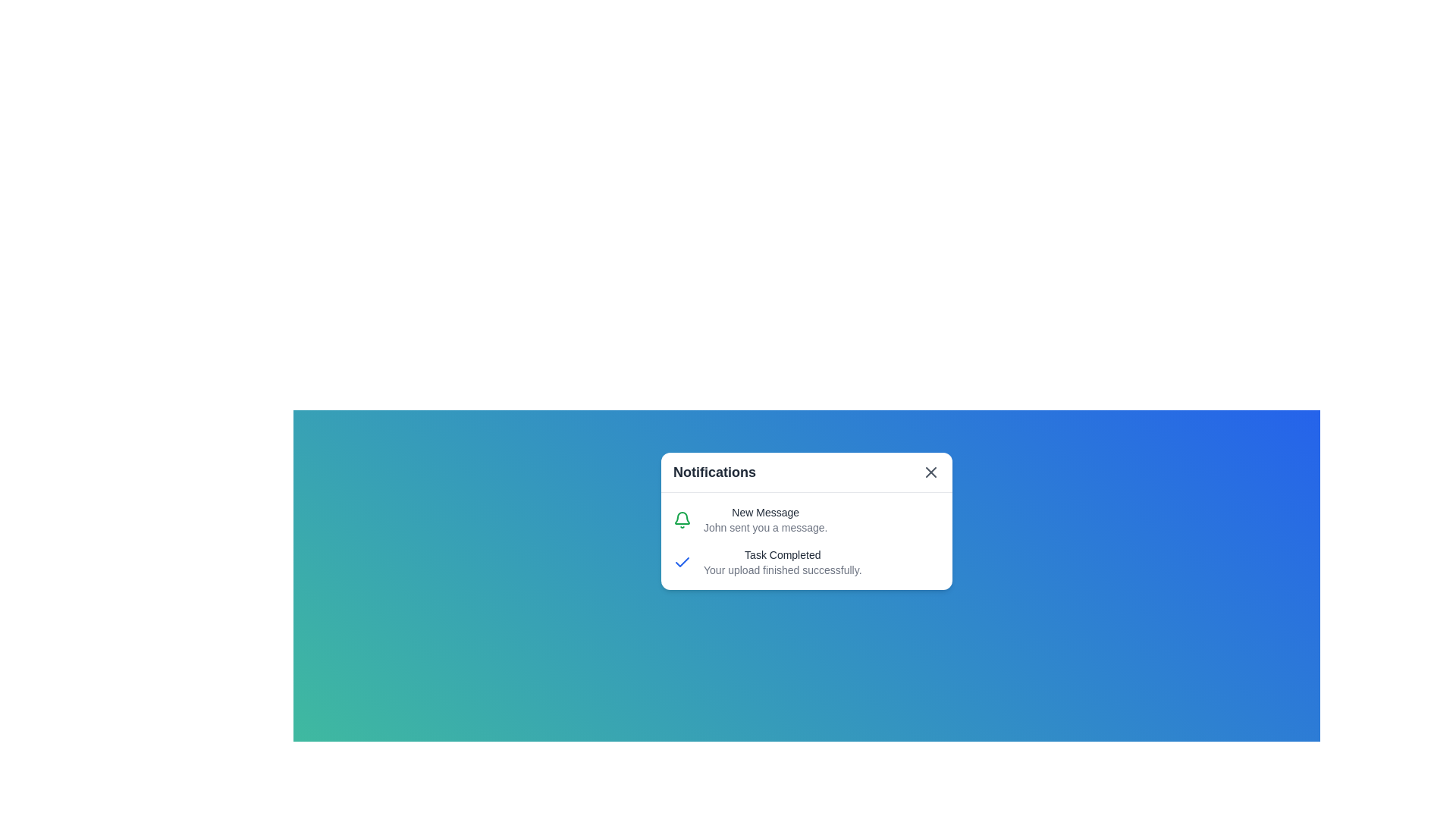 This screenshot has width=1456, height=819. I want to click on the Close button icon (X) located in the upper-right corner of the notification dialog to change its color to red if applicable, so click(930, 472).